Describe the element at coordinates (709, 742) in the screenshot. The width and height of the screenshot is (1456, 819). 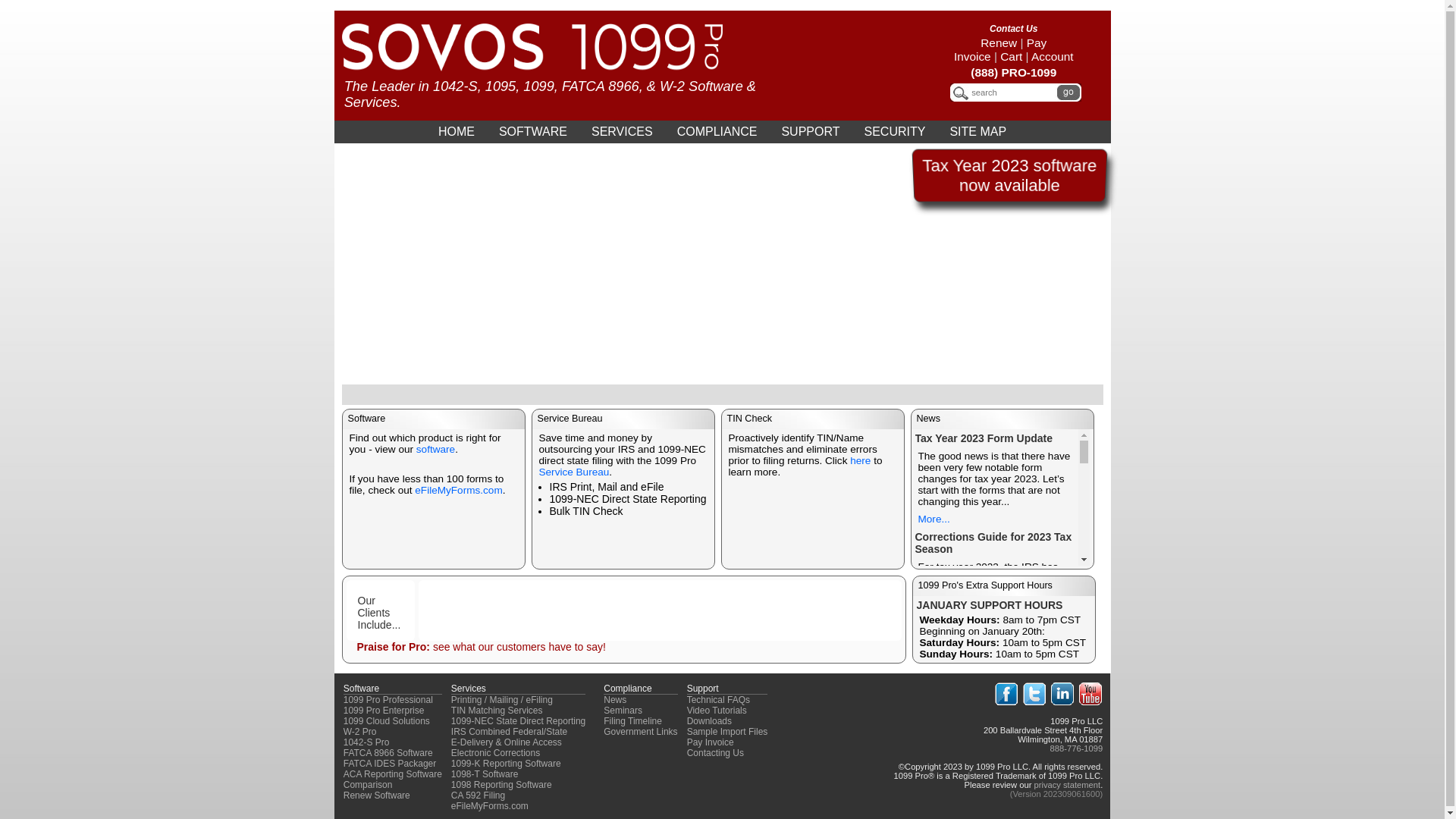
I see `'Pay Invoice'` at that location.